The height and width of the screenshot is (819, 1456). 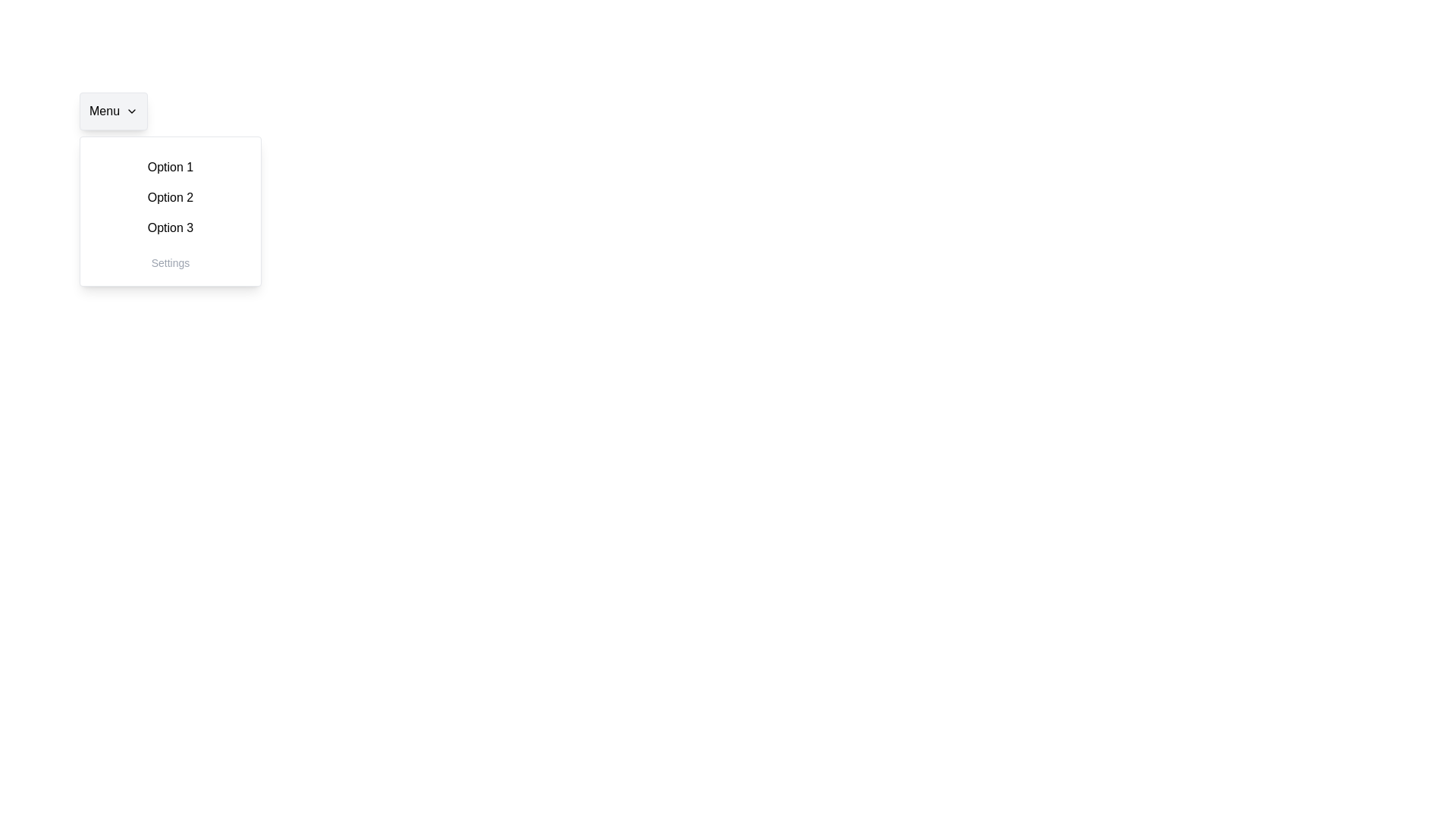 What do you see at coordinates (171, 211) in the screenshot?
I see `the dropdown menu option located below the 'Menu' button` at bounding box center [171, 211].